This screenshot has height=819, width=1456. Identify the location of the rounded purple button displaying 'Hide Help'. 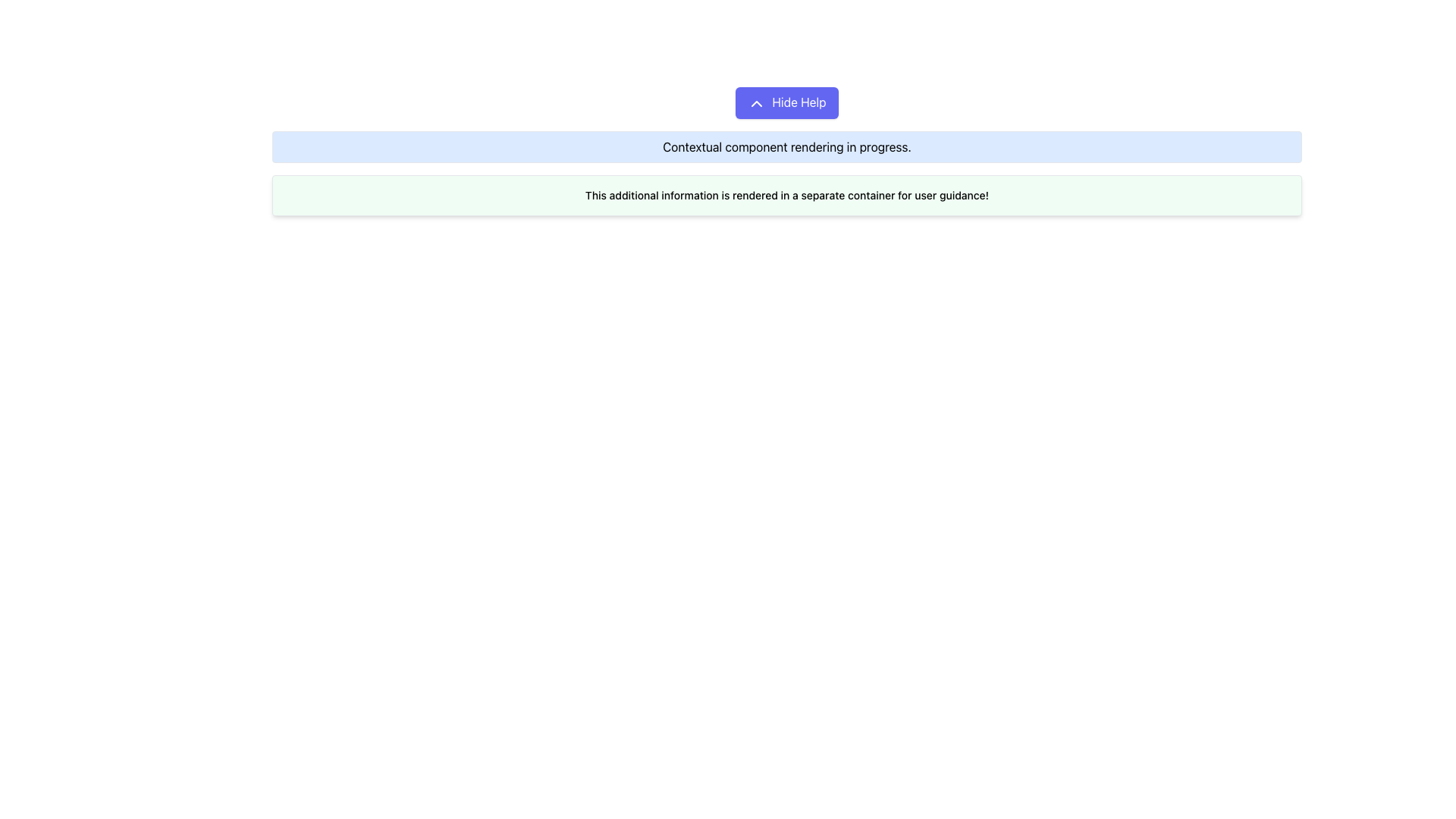
(786, 102).